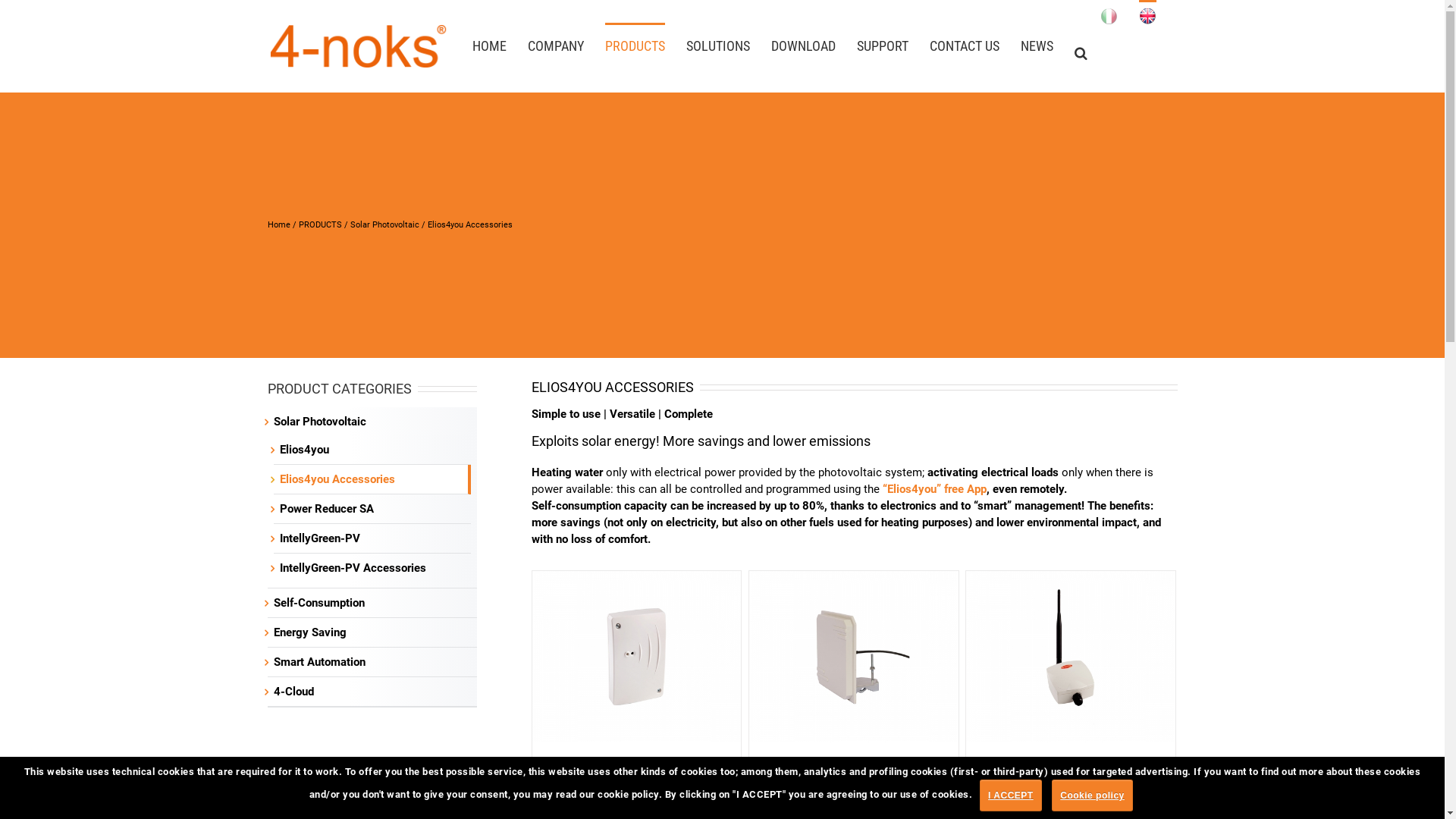  What do you see at coordinates (315, 224) in the screenshot?
I see `' / PRODUCTS'` at bounding box center [315, 224].